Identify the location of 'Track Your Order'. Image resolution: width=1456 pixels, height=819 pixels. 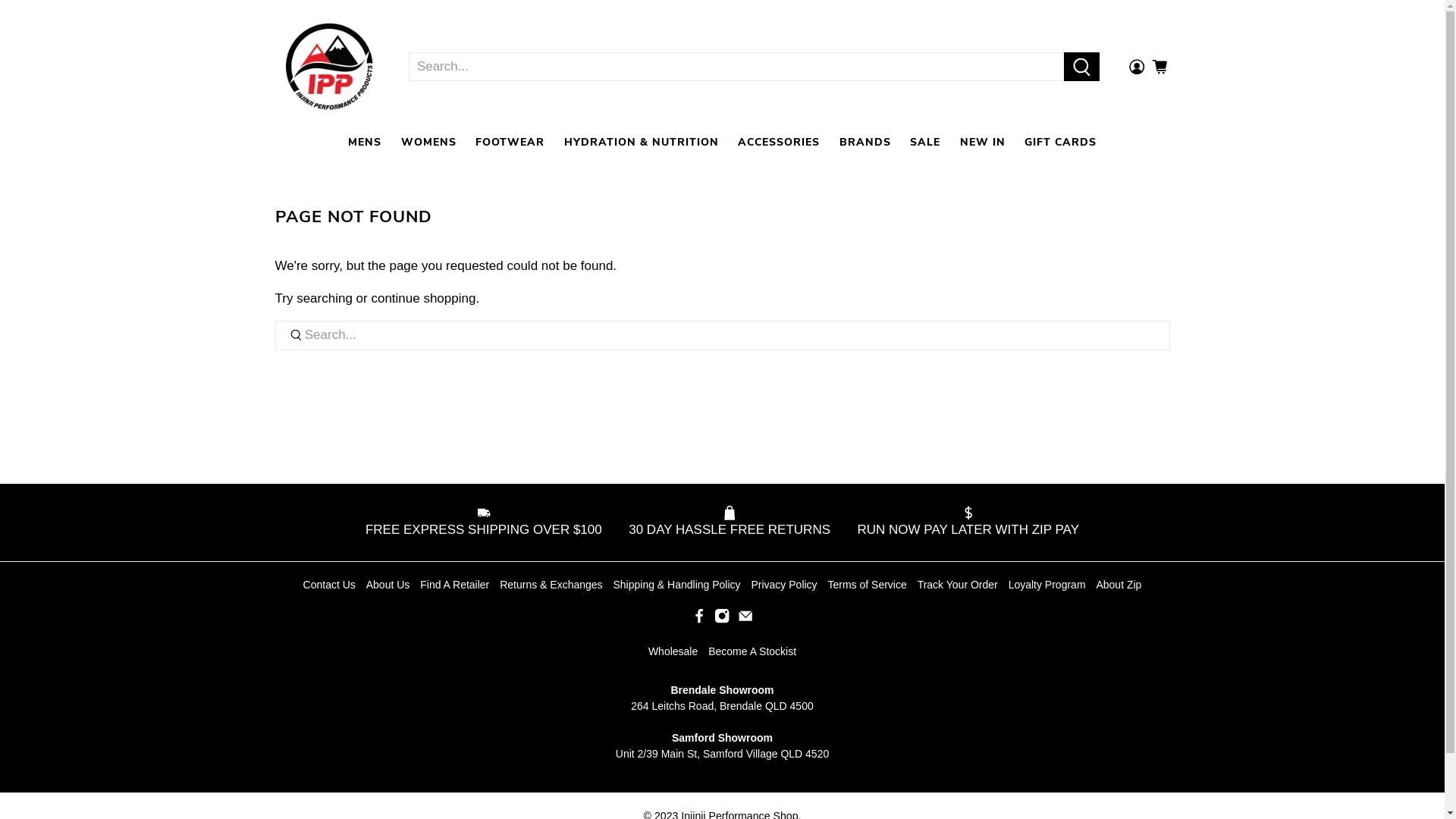
(956, 584).